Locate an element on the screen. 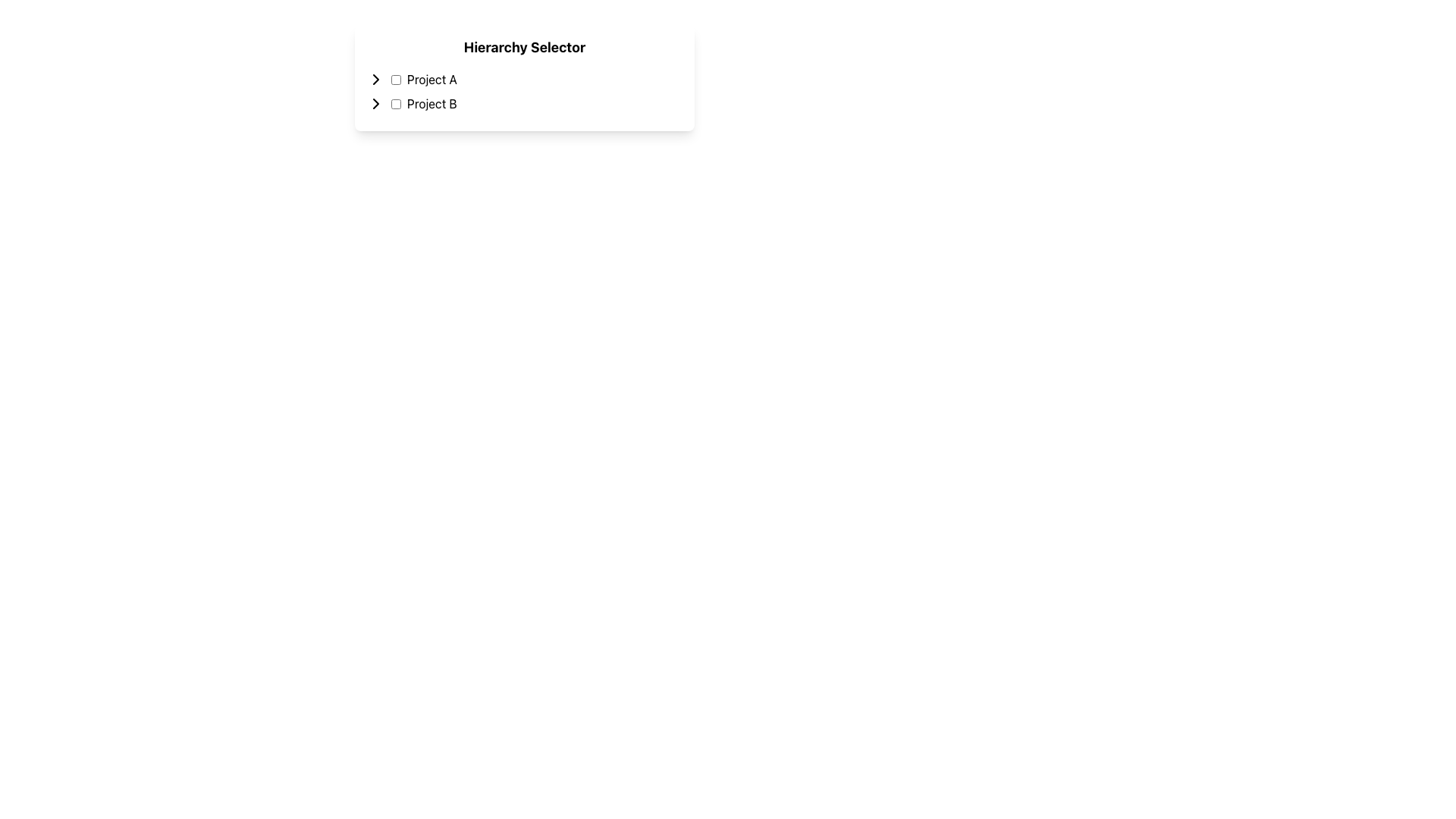  the static text element labeled 'Project A', which is styled with a black font on a white background and positioned beneath the 'Hierarchy Selector' header, adjacent to the first checkbox and arrow icon is located at coordinates (431, 79).